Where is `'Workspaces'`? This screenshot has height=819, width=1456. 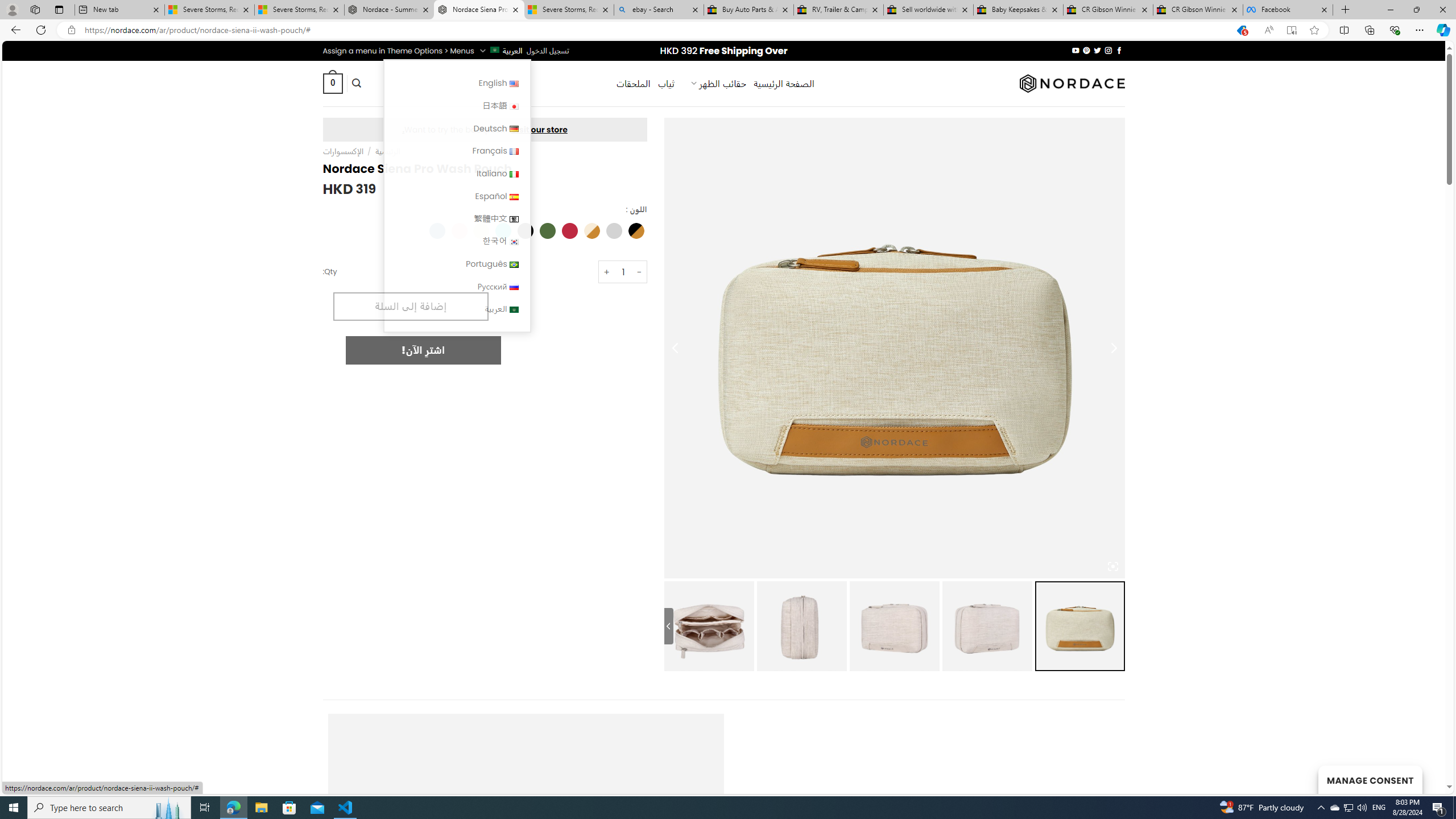 'Workspaces' is located at coordinates (35, 9).